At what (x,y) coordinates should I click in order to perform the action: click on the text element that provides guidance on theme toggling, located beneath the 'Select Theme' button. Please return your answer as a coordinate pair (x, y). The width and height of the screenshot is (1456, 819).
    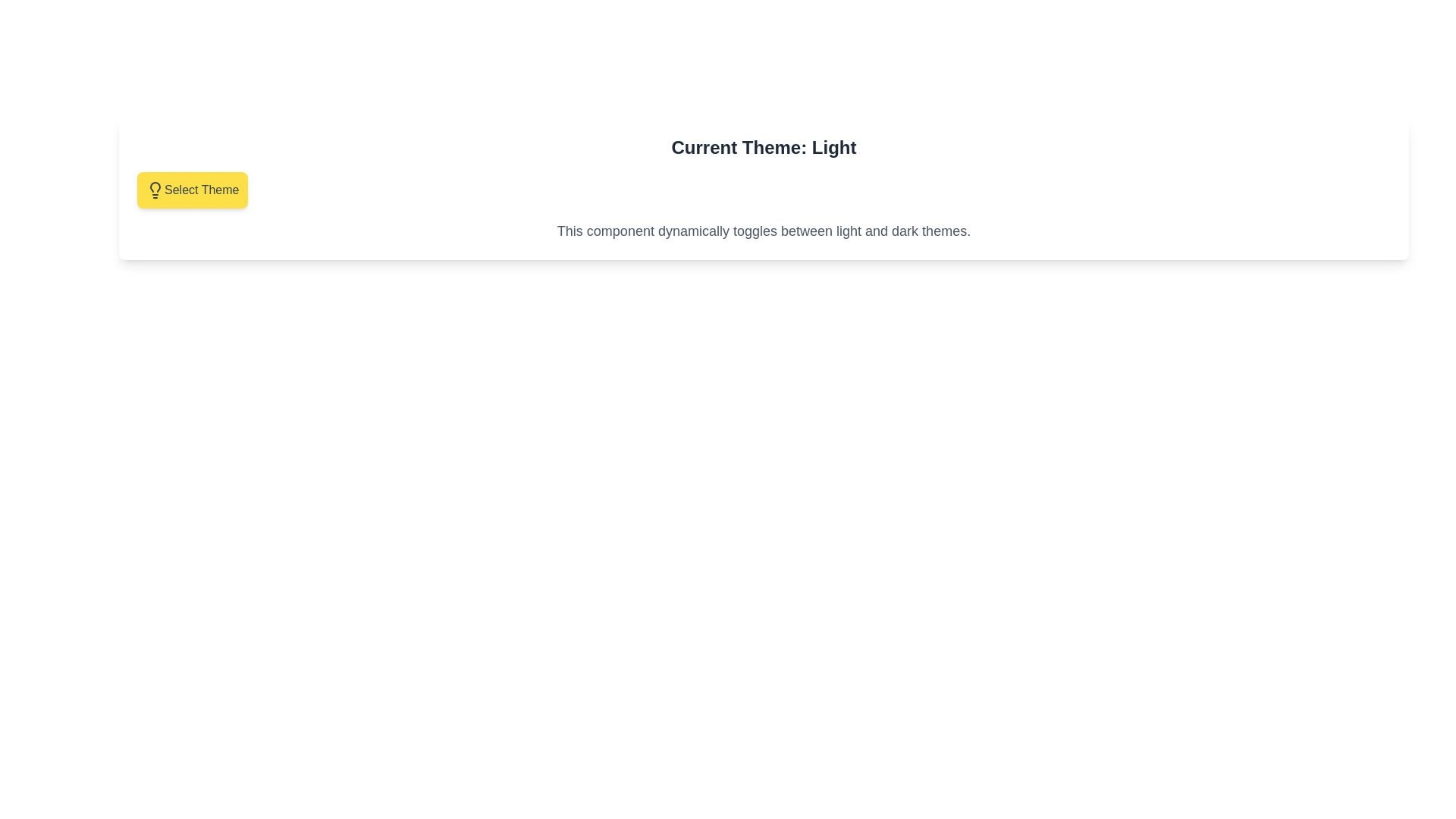
    Looking at the image, I should click on (764, 231).